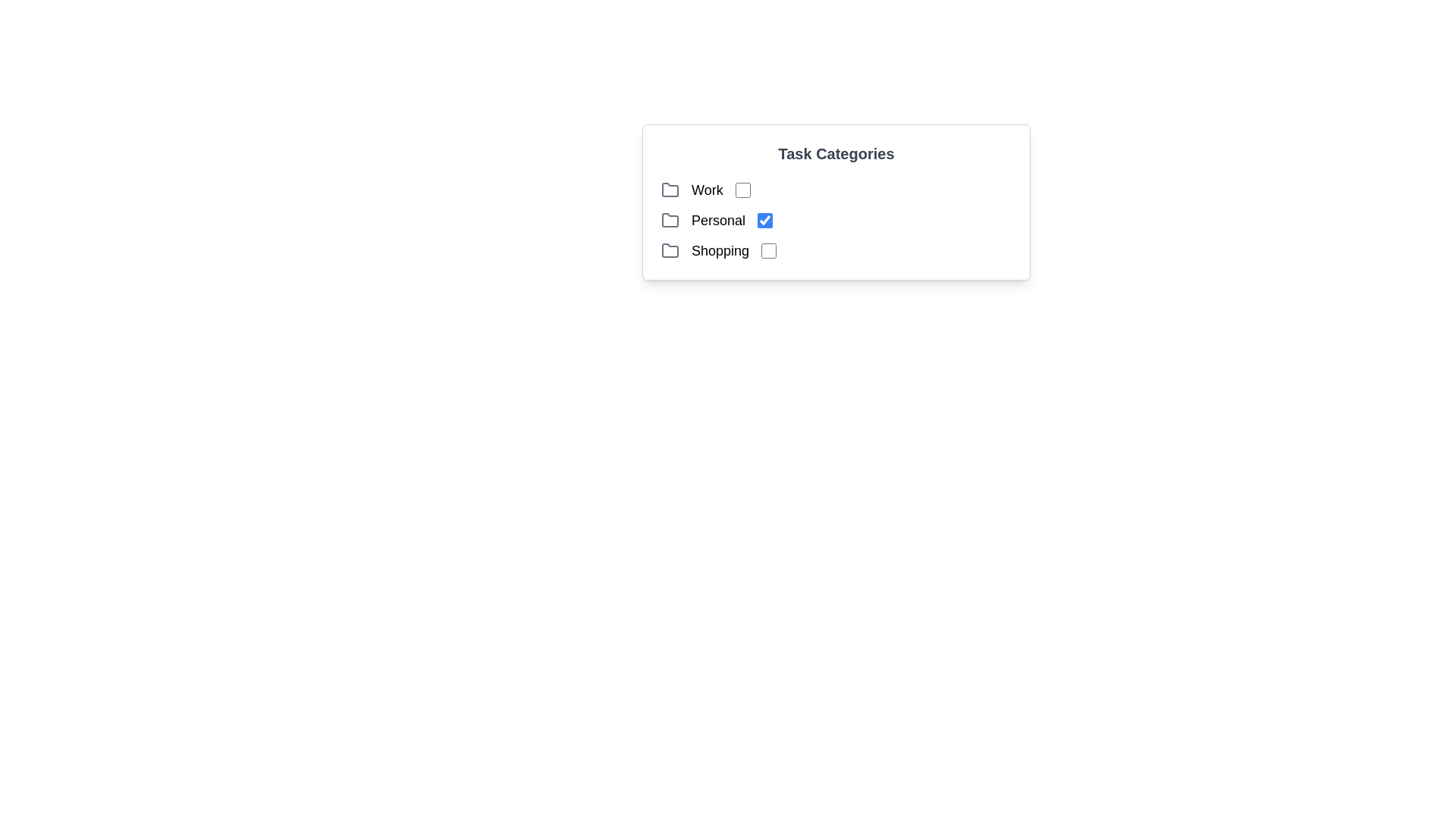 This screenshot has width=1456, height=819. What do you see at coordinates (742, 189) in the screenshot?
I see `the checkbox located to the far right of the text 'Work'` at bounding box center [742, 189].